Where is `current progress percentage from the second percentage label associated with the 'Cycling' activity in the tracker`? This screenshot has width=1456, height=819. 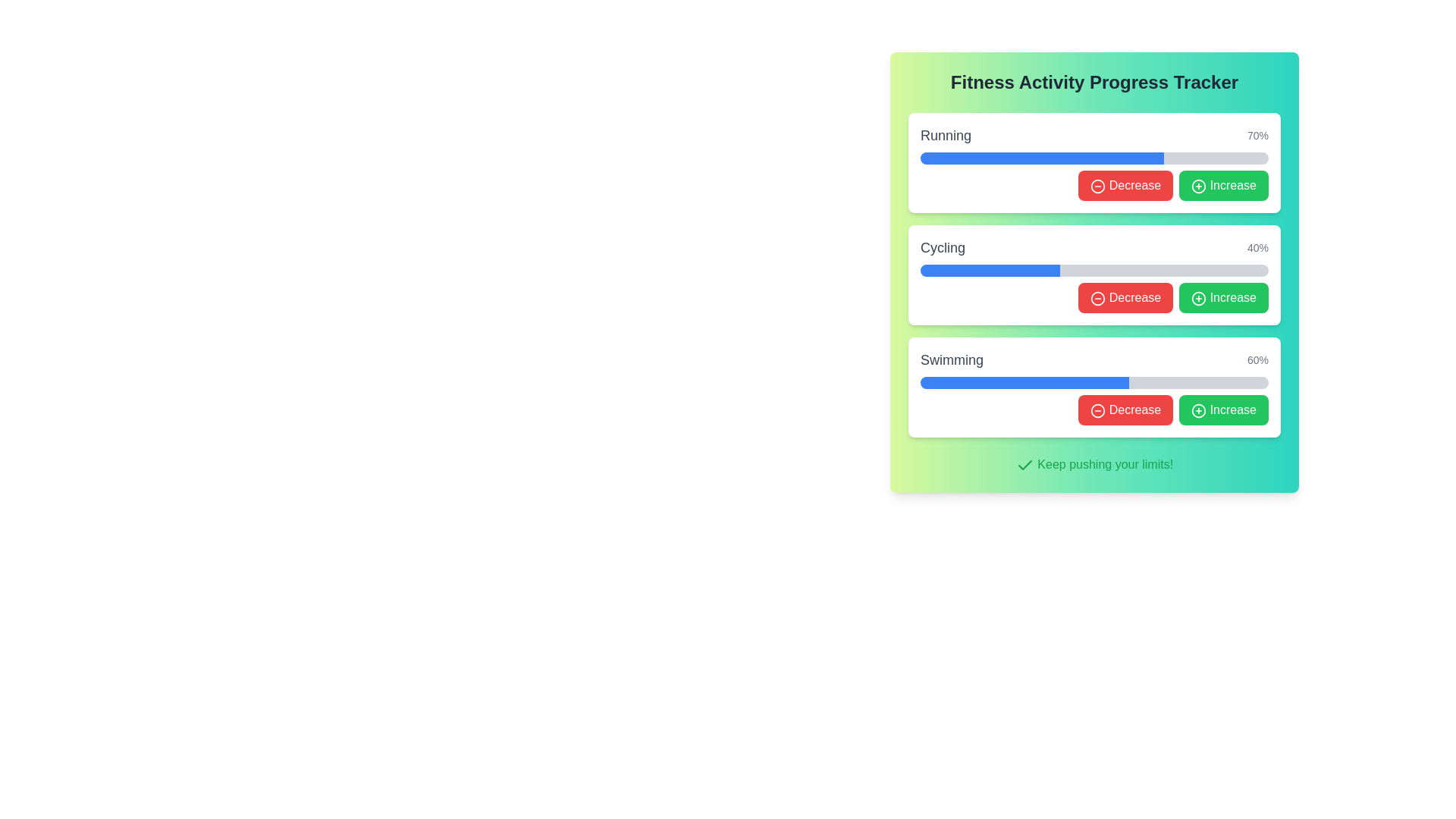 current progress percentage from the second percentage label associated with the 'Cycling' activity in the tracker is located at coordinates (1258, 247).